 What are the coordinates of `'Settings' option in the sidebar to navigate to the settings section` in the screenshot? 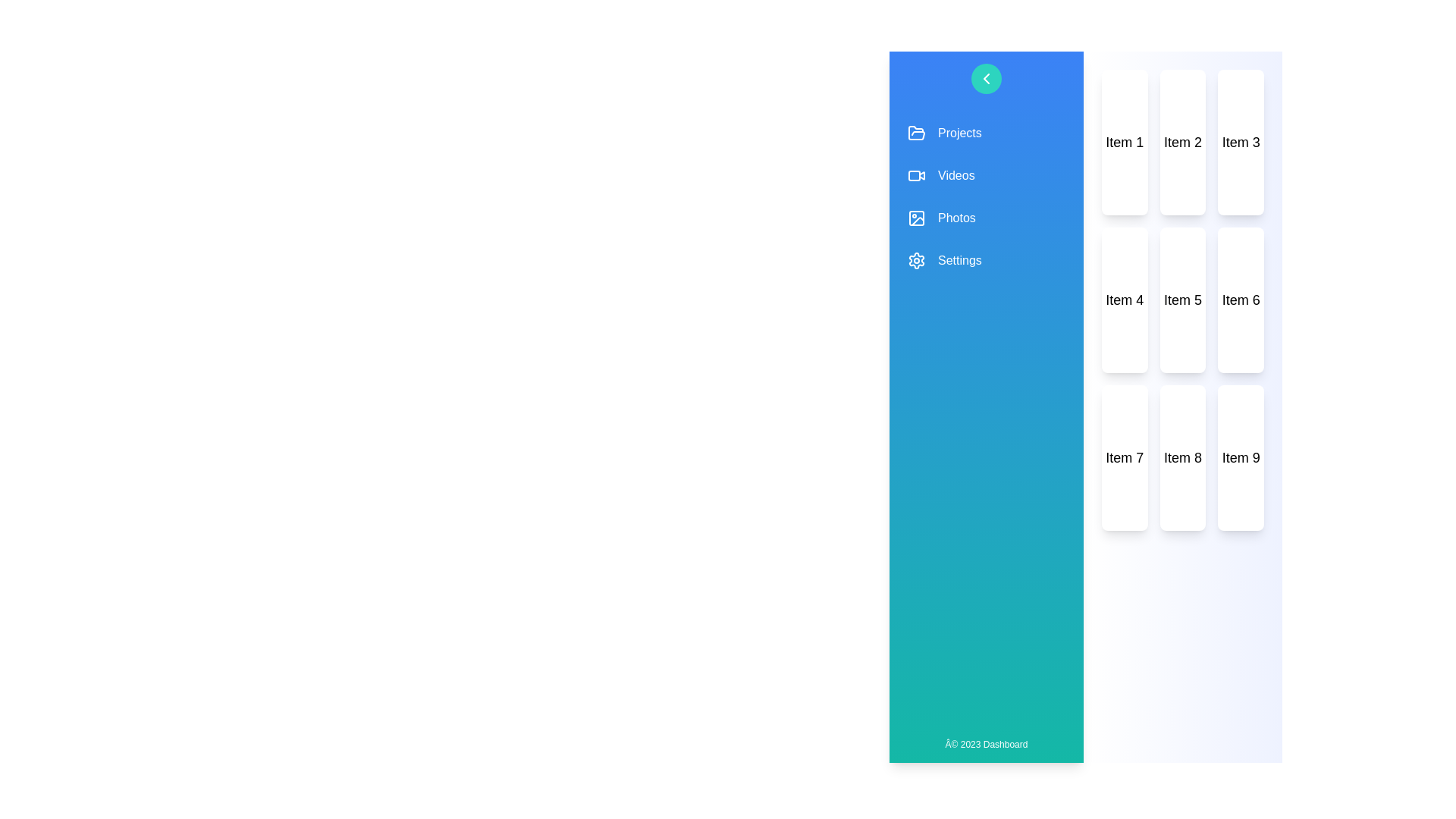 It's located at (986, 259).